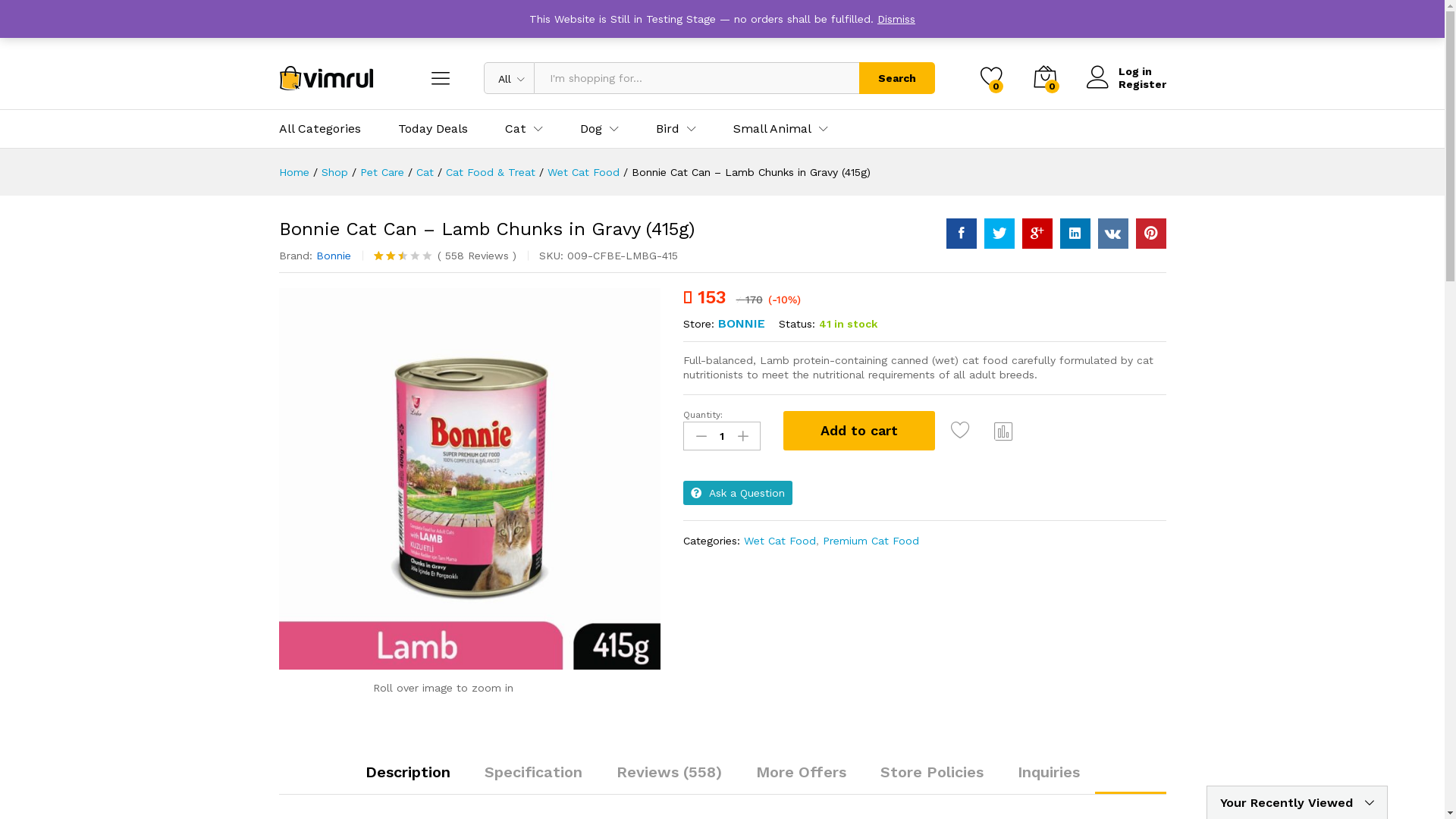  I want to click on 'Bird', so click(667, 127).